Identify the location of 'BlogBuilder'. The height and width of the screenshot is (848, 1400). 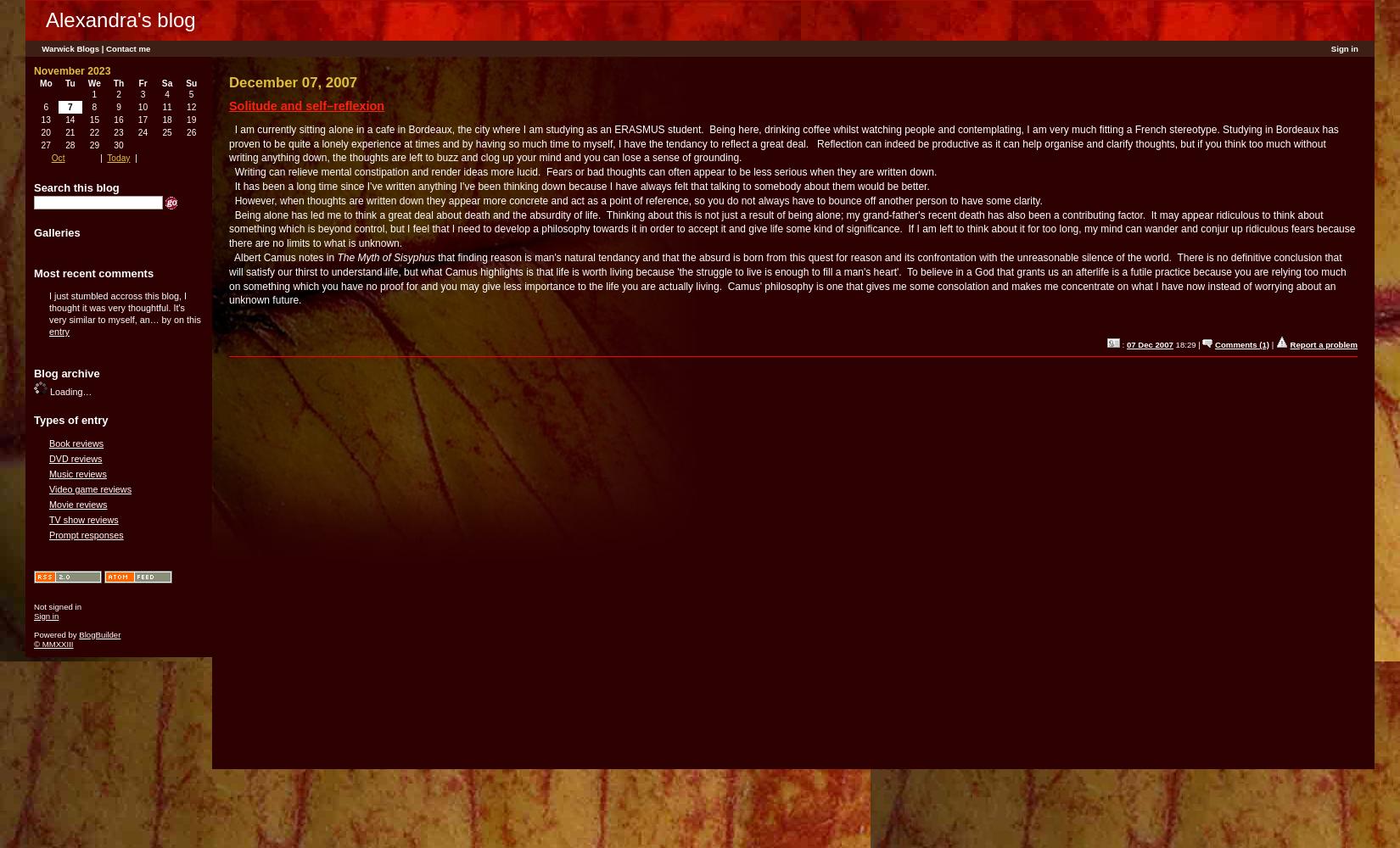
(99, 633).